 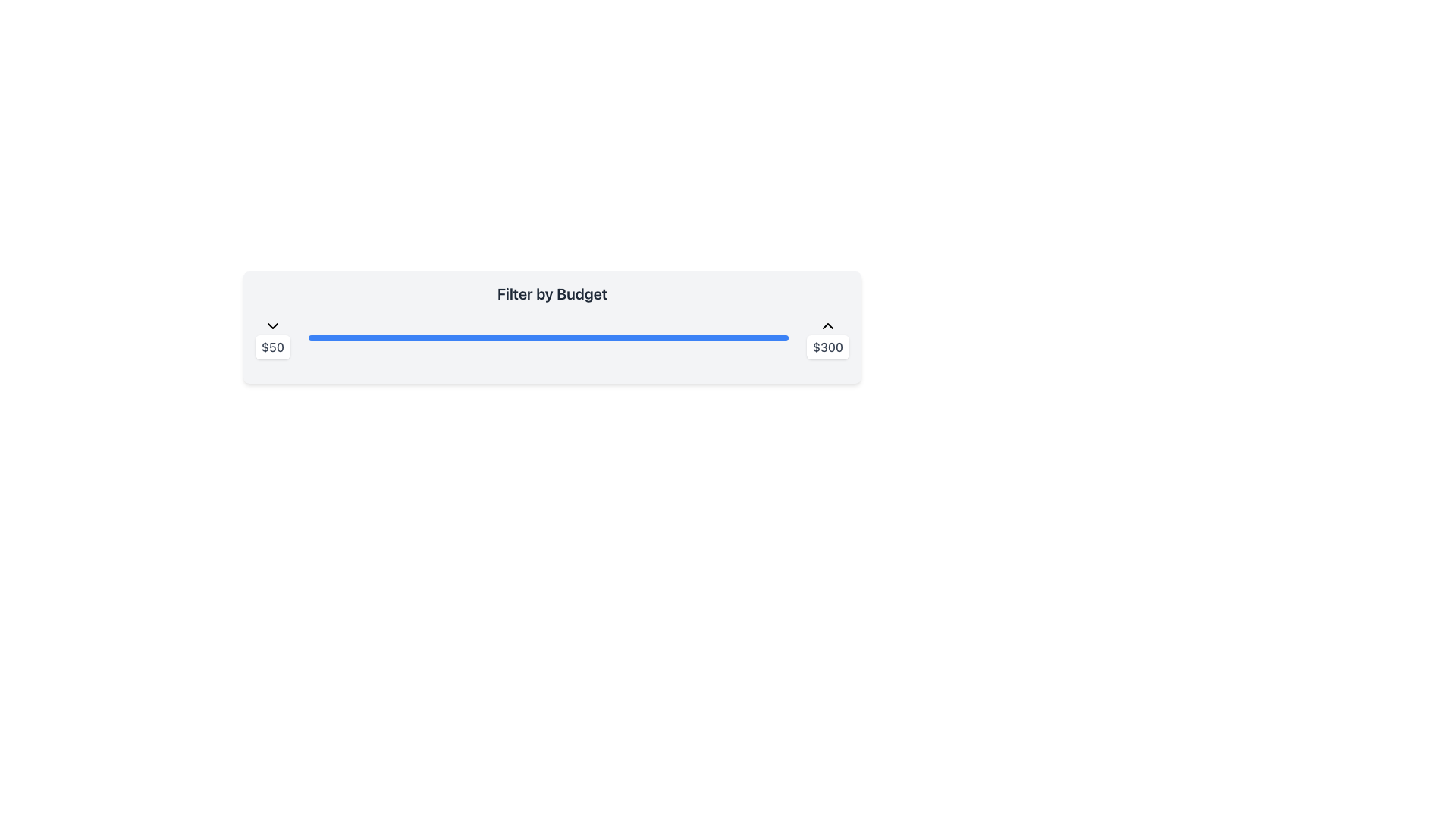 What do you see at coordinates (742, 337) in the screenshot?
I see `the budget filter` at bounding box center [742, 337].